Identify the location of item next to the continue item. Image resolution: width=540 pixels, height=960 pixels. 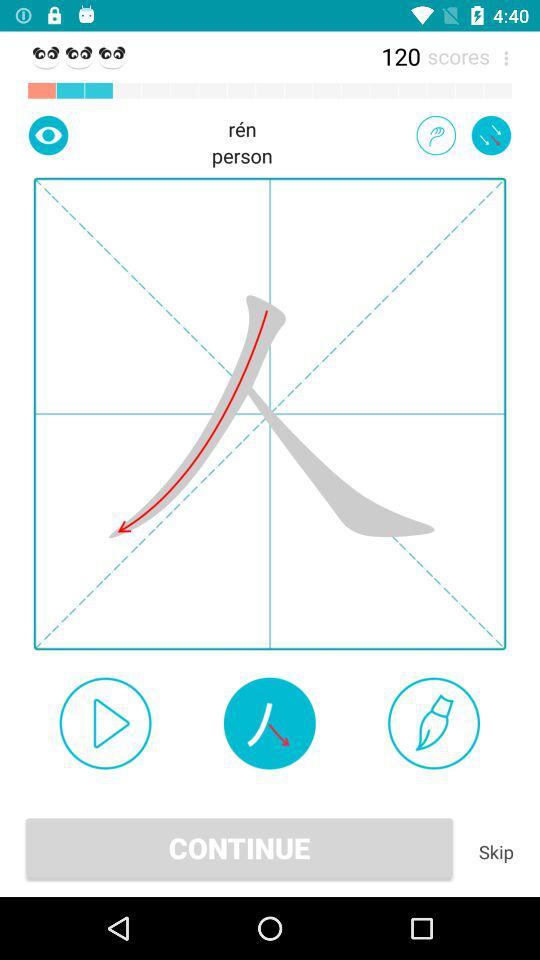
(495, 851).